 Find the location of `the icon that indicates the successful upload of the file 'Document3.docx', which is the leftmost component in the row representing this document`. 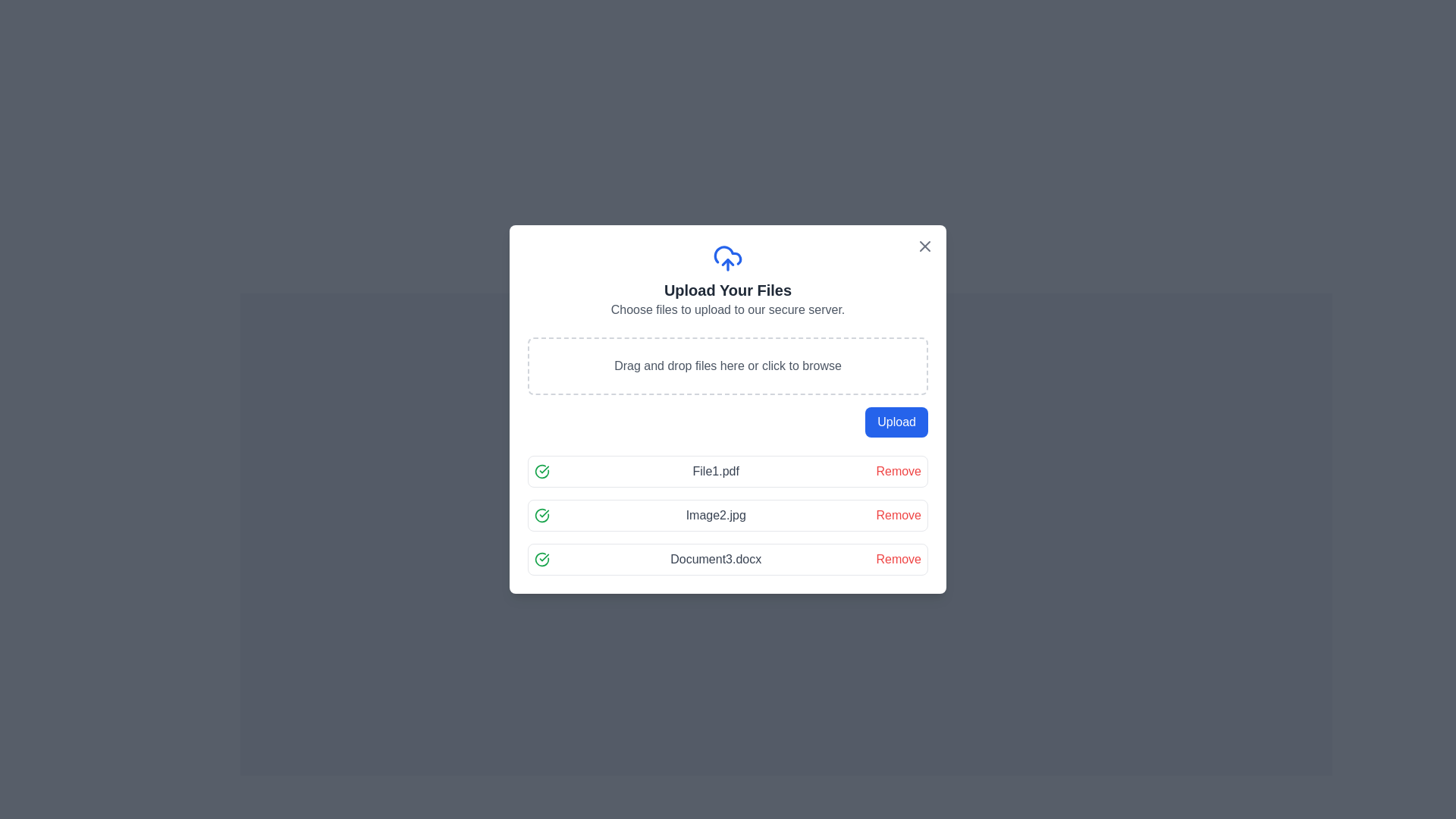

the icon that indicates the successful upload of the file 'Document3.docx', which is the leftmost component in the row representing this document is located at coordinates (542, 559).